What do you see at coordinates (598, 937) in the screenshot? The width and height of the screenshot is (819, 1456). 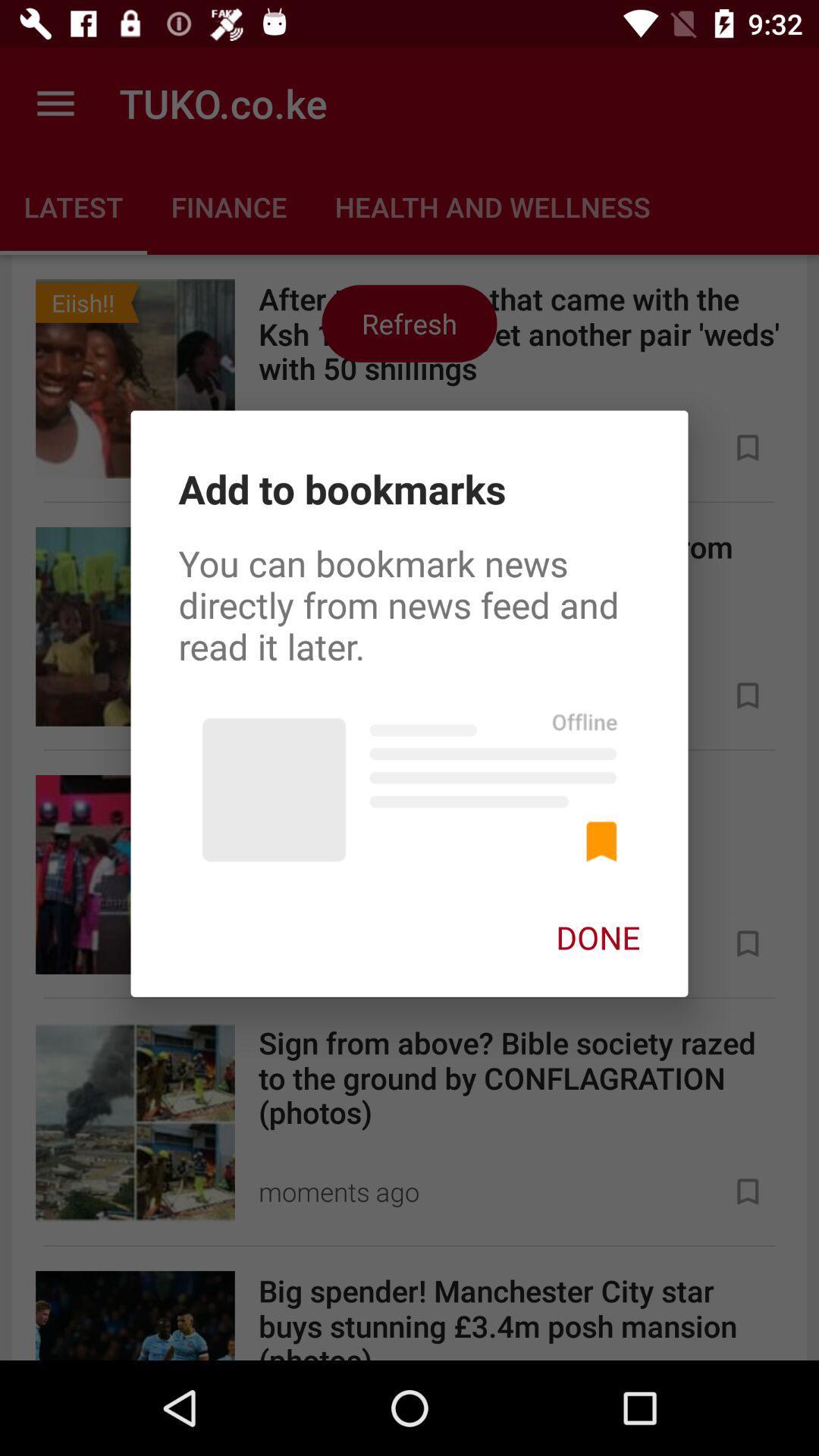 I see `the done on the right` at bounding box center [598, 937].